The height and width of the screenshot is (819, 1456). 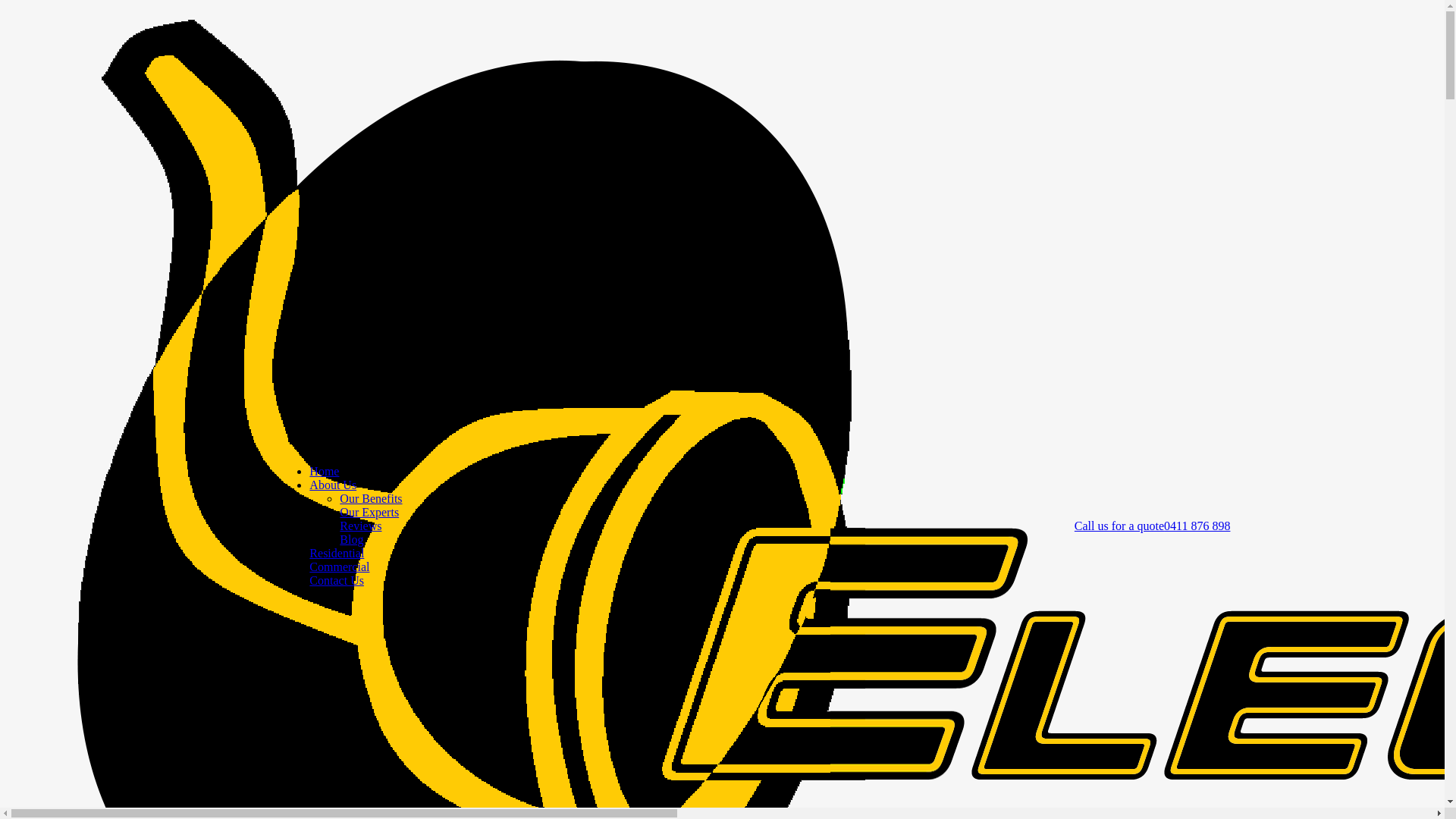 What do you see at coordinates (309, 580) in the screenshot?
I see `'Contact Us'` at bounding box center [309, 580].